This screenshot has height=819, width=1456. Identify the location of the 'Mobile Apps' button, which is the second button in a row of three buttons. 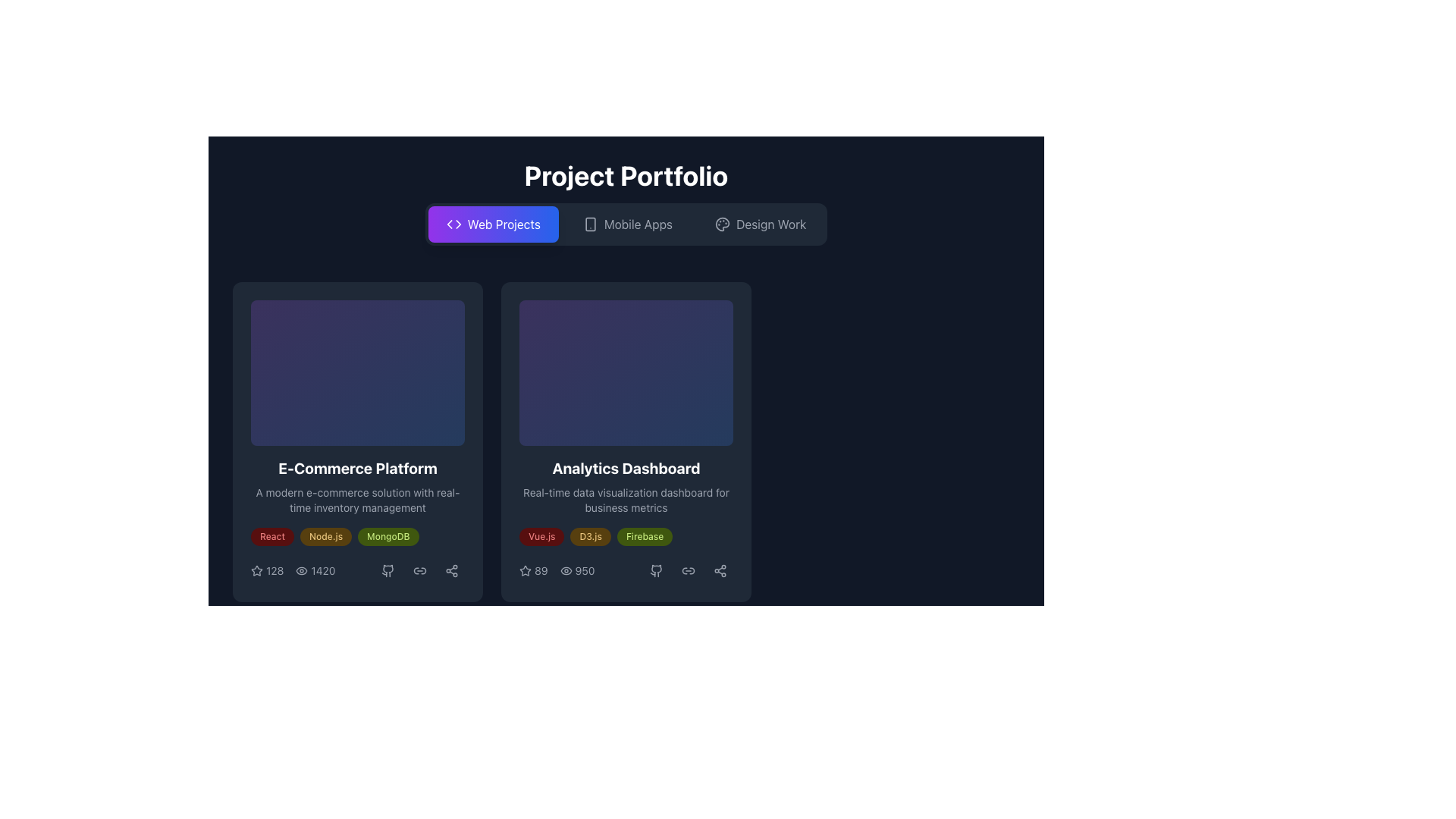
(627, 224).